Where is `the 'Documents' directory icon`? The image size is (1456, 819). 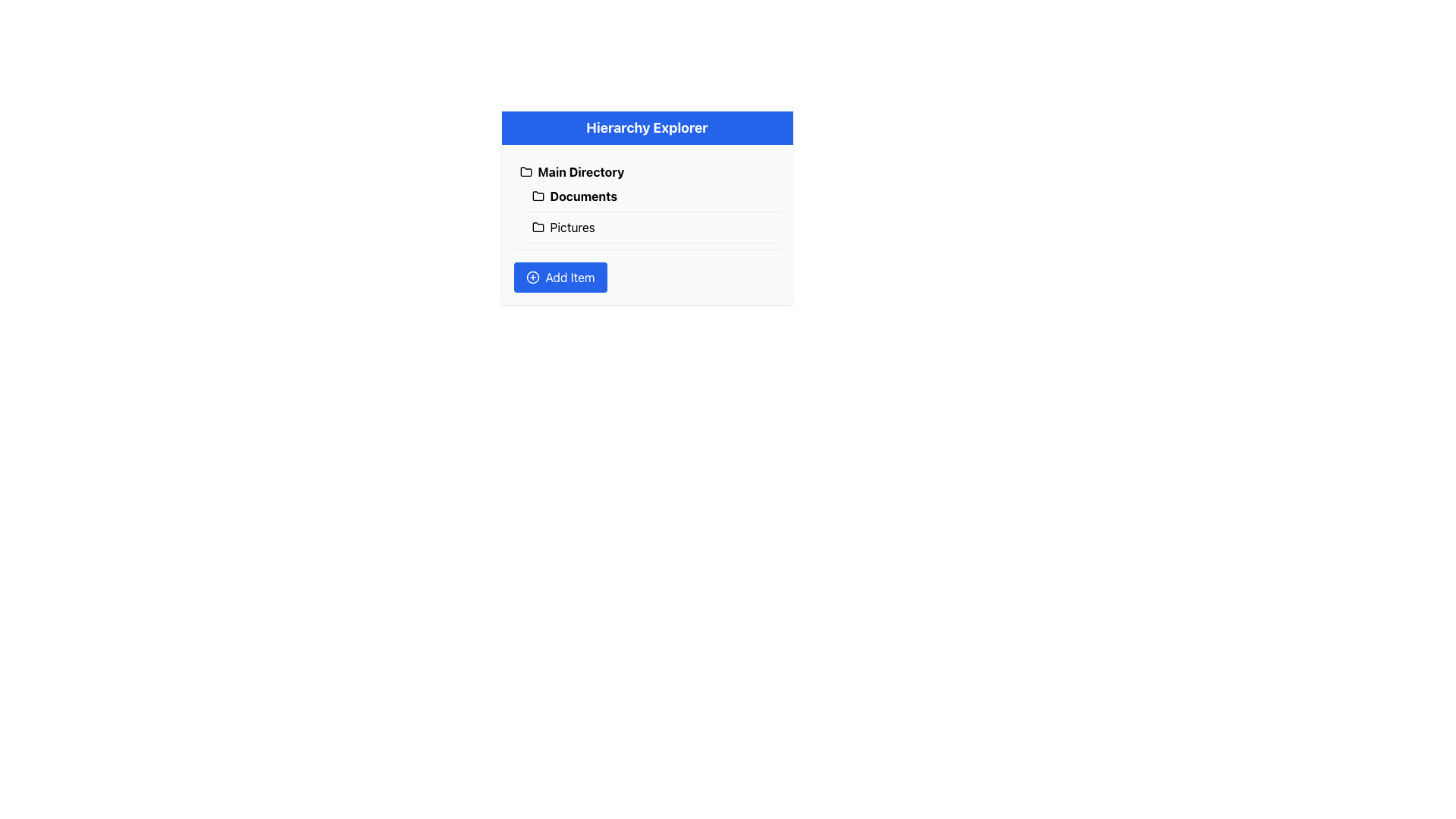
the 'Documents' directory icon is located at coordinates (538, 195).